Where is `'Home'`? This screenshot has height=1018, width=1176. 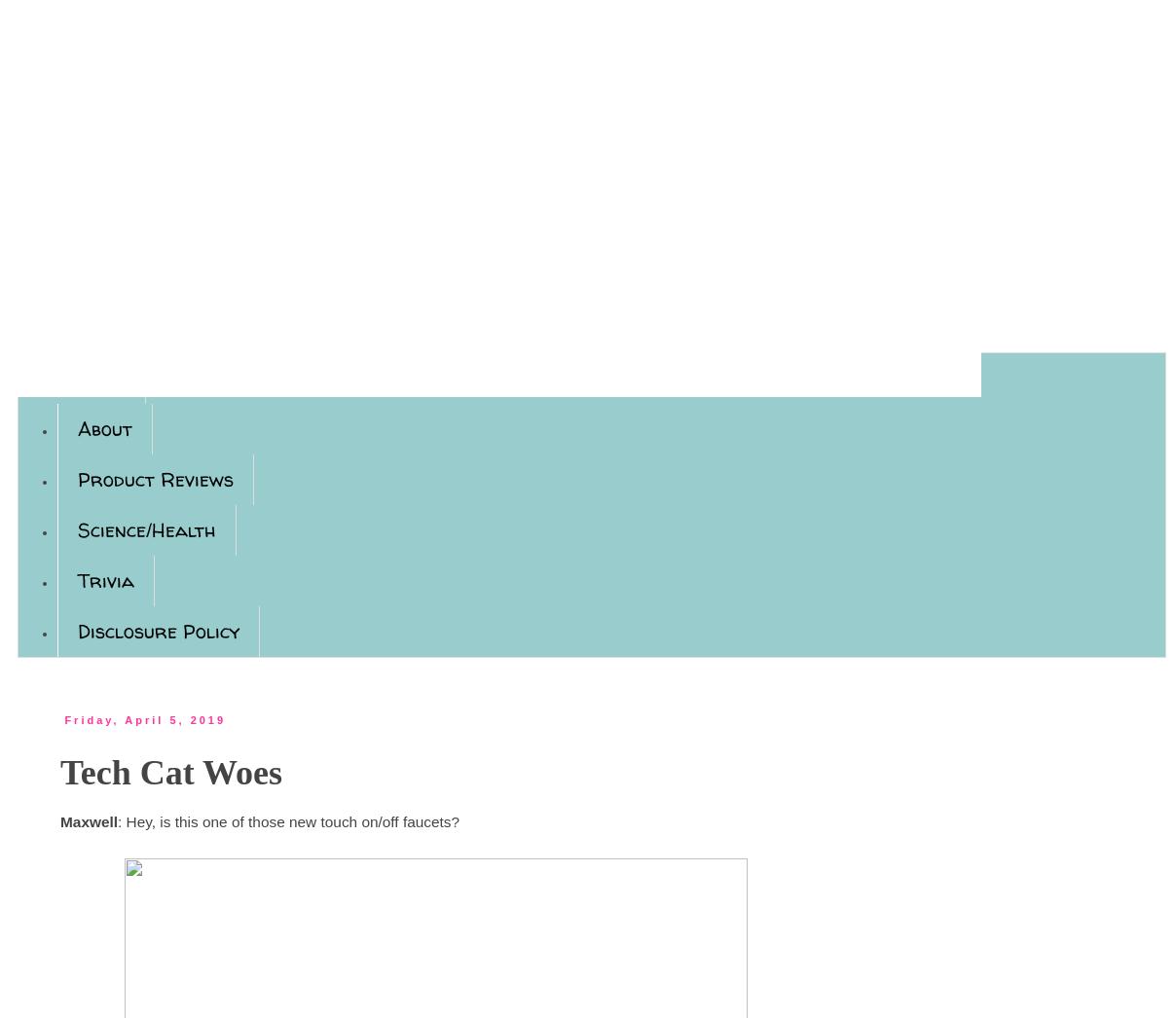
'Home' is located at coordinates (100, 378).